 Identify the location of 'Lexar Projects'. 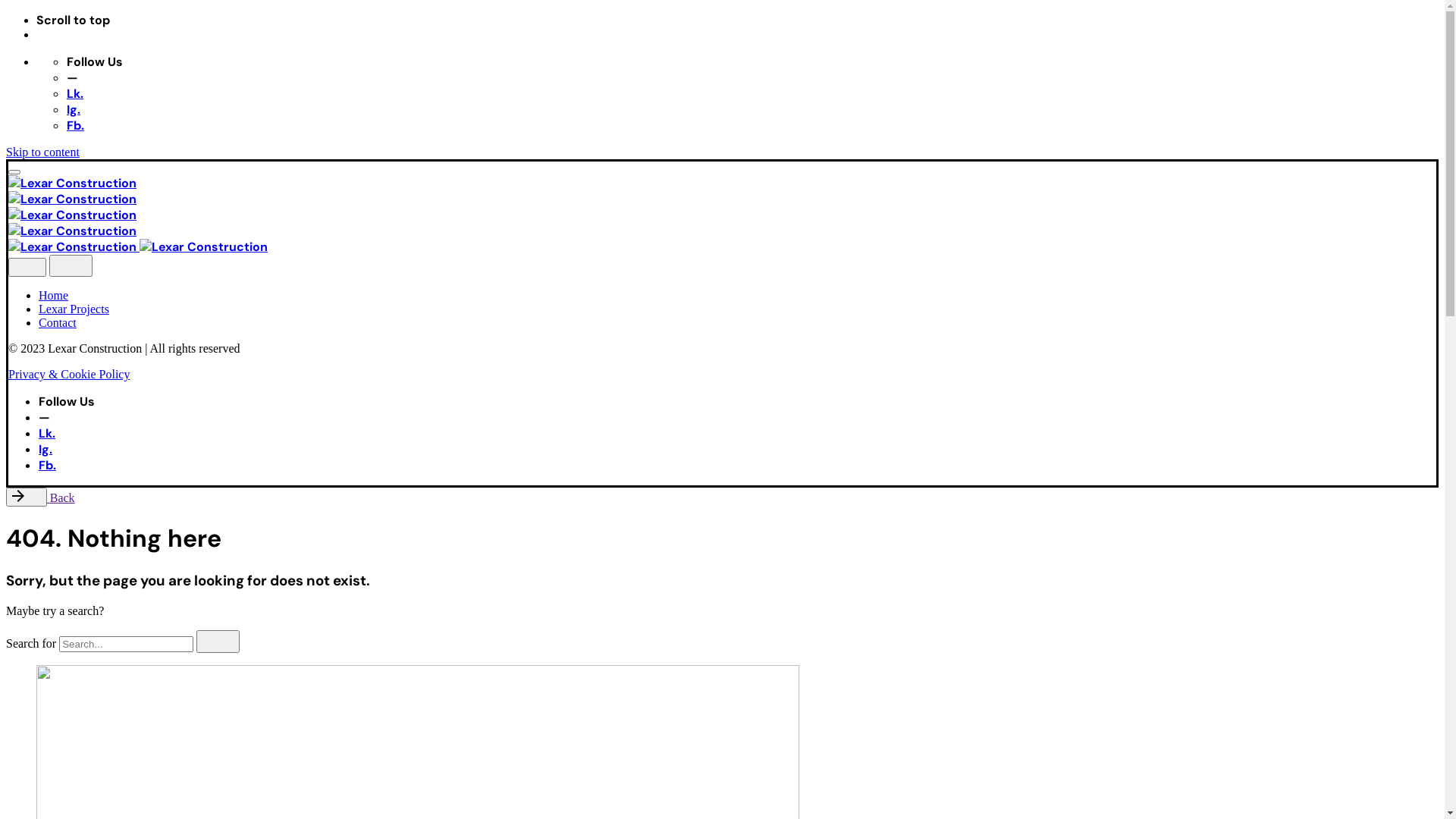
(39, 308).